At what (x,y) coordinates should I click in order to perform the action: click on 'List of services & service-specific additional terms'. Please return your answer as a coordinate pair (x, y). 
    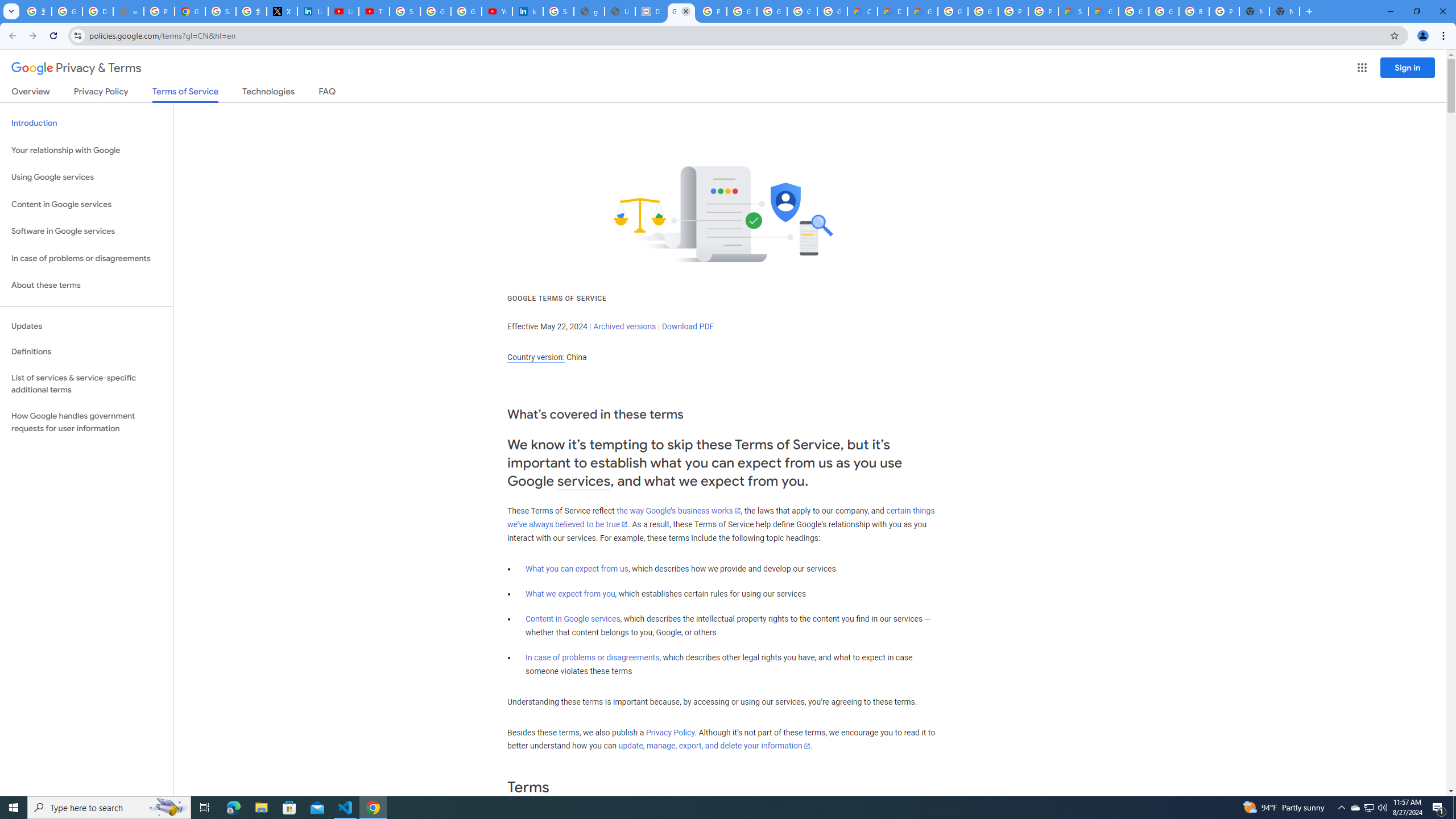
    Looking at the image, I should click on (86, 383).